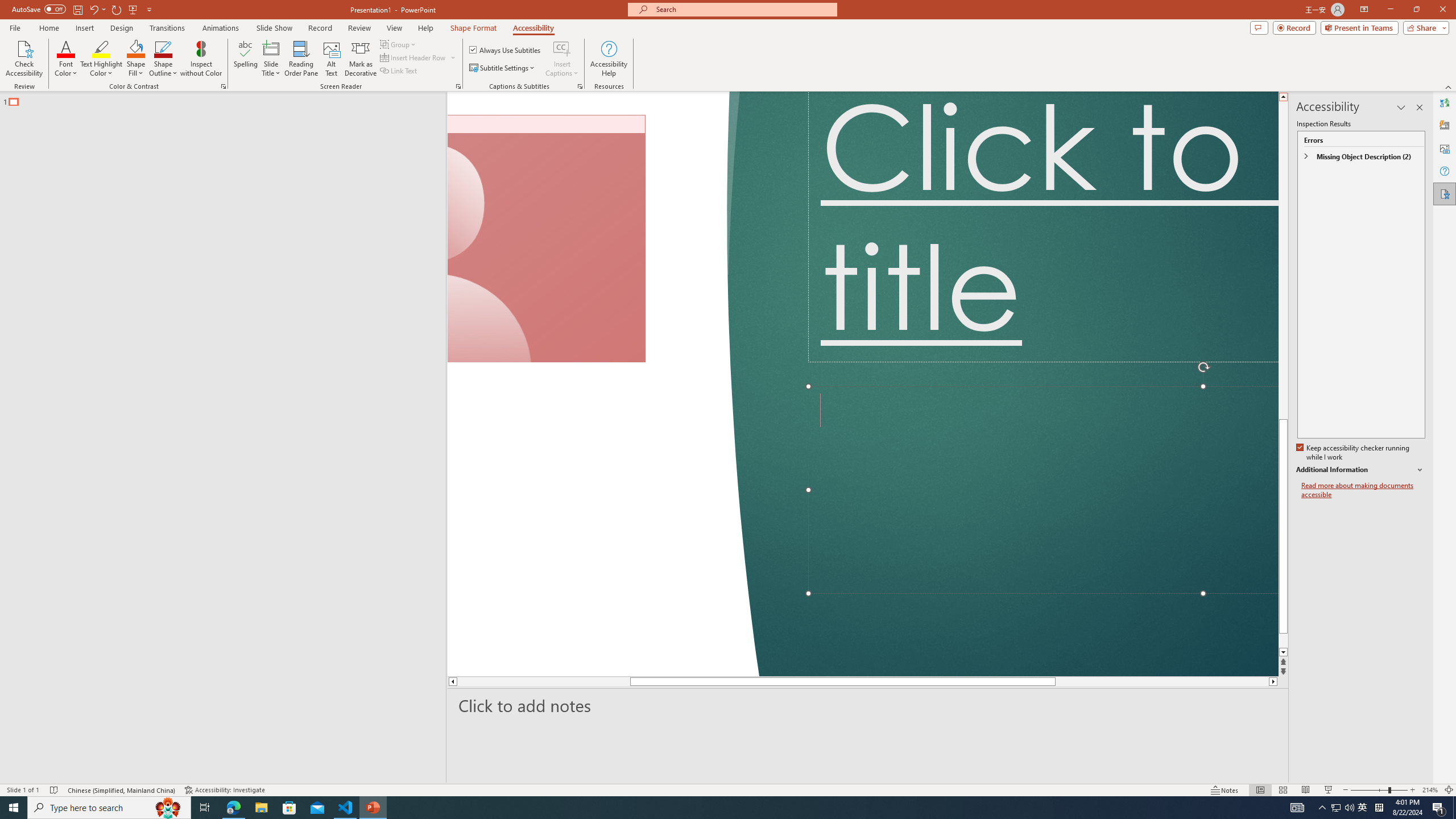  What do you see at coordinates (547, 239) in the screenshot?
I see `'Camera 7, No camera detected.'` at bounding box center [547, 239].